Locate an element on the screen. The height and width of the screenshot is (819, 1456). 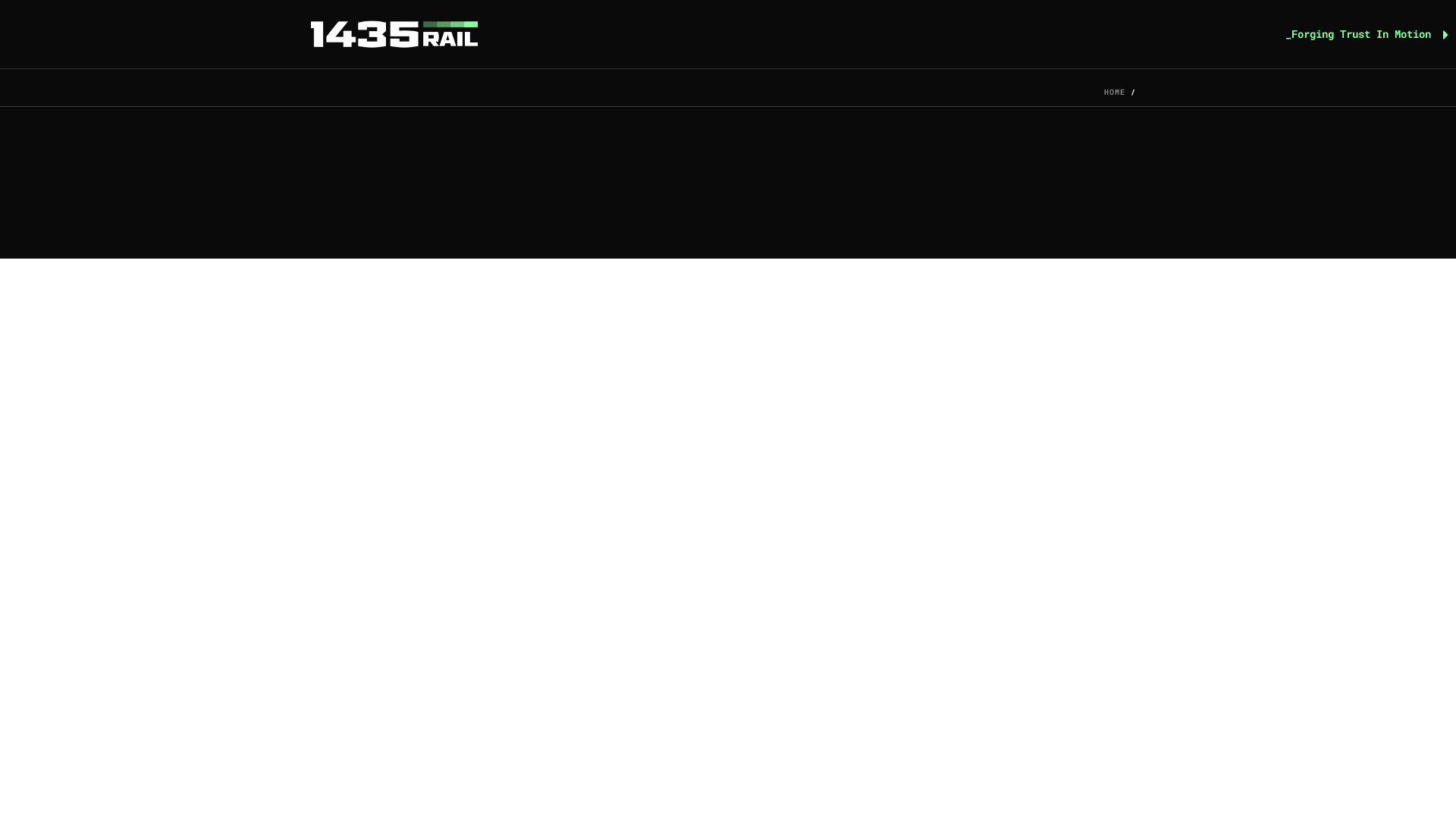
'_Forging Trust In Motion' is located at coordinates (1367, 34).